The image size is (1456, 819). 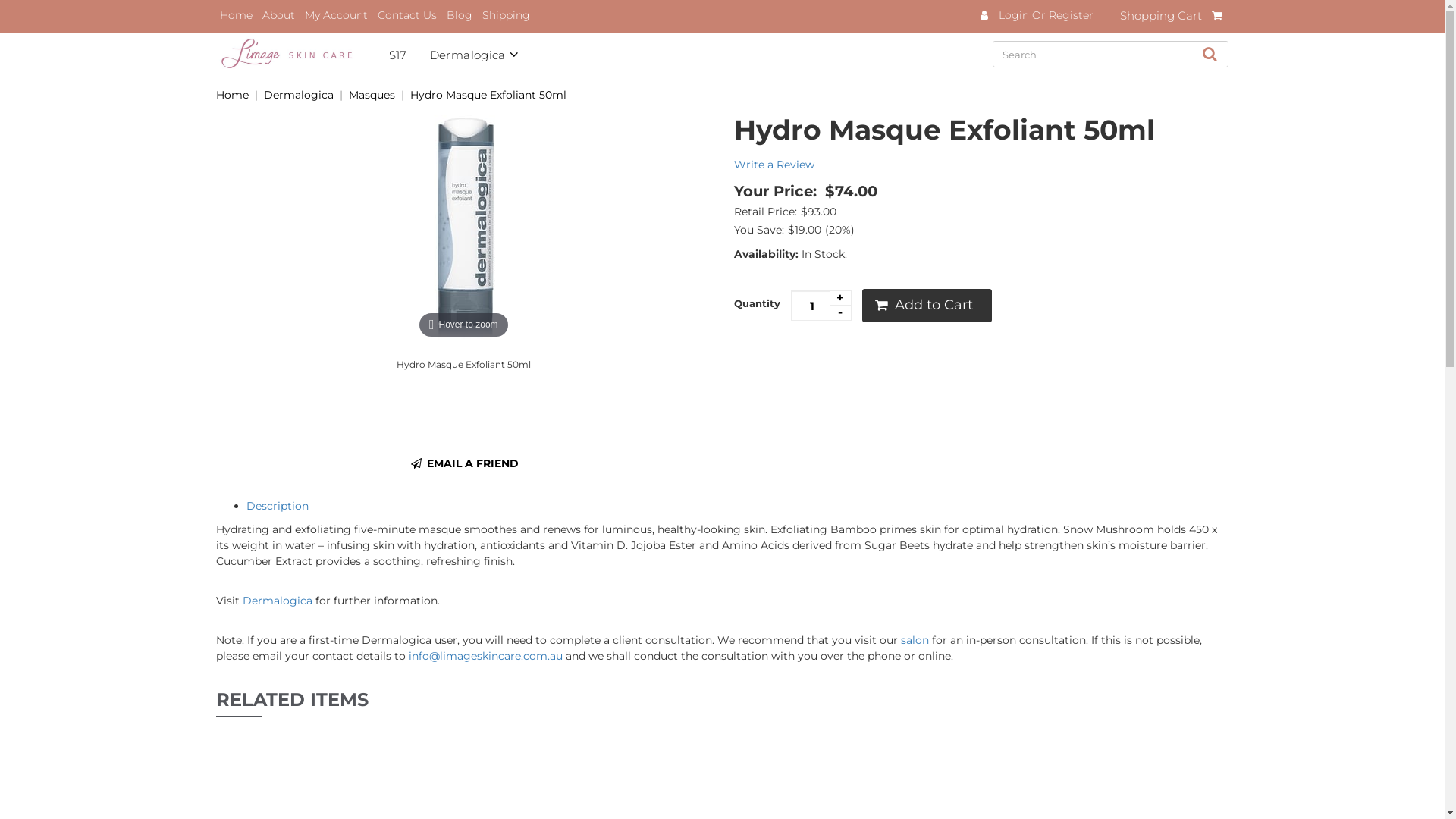 I want to click on 'Blog', so click(x=458, y=14).